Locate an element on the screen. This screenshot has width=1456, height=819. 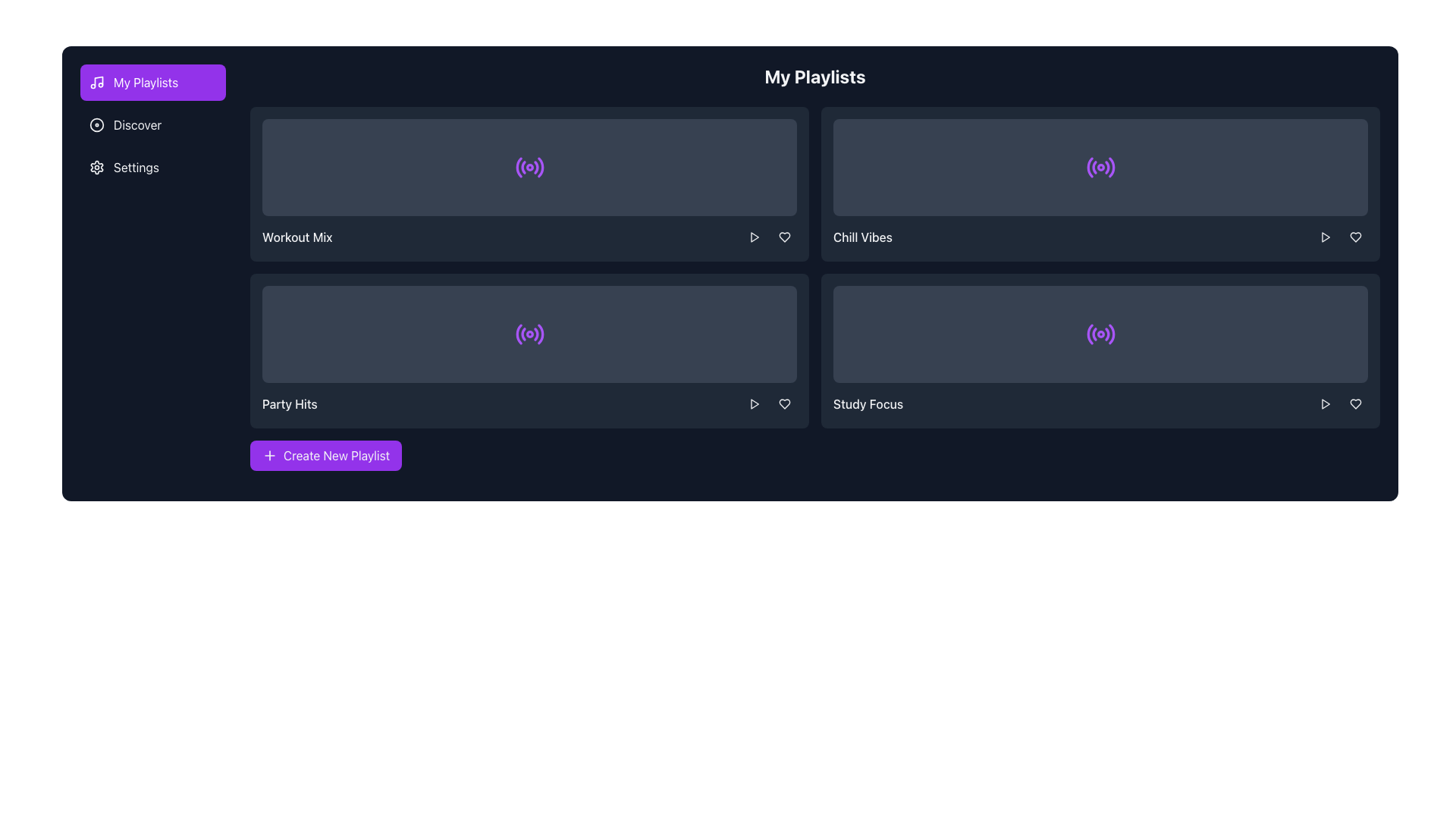
the larger Circular SVG graphic adjacent to the 'Discover' option in the navigation sidebar is located at coordinates (96, 124).